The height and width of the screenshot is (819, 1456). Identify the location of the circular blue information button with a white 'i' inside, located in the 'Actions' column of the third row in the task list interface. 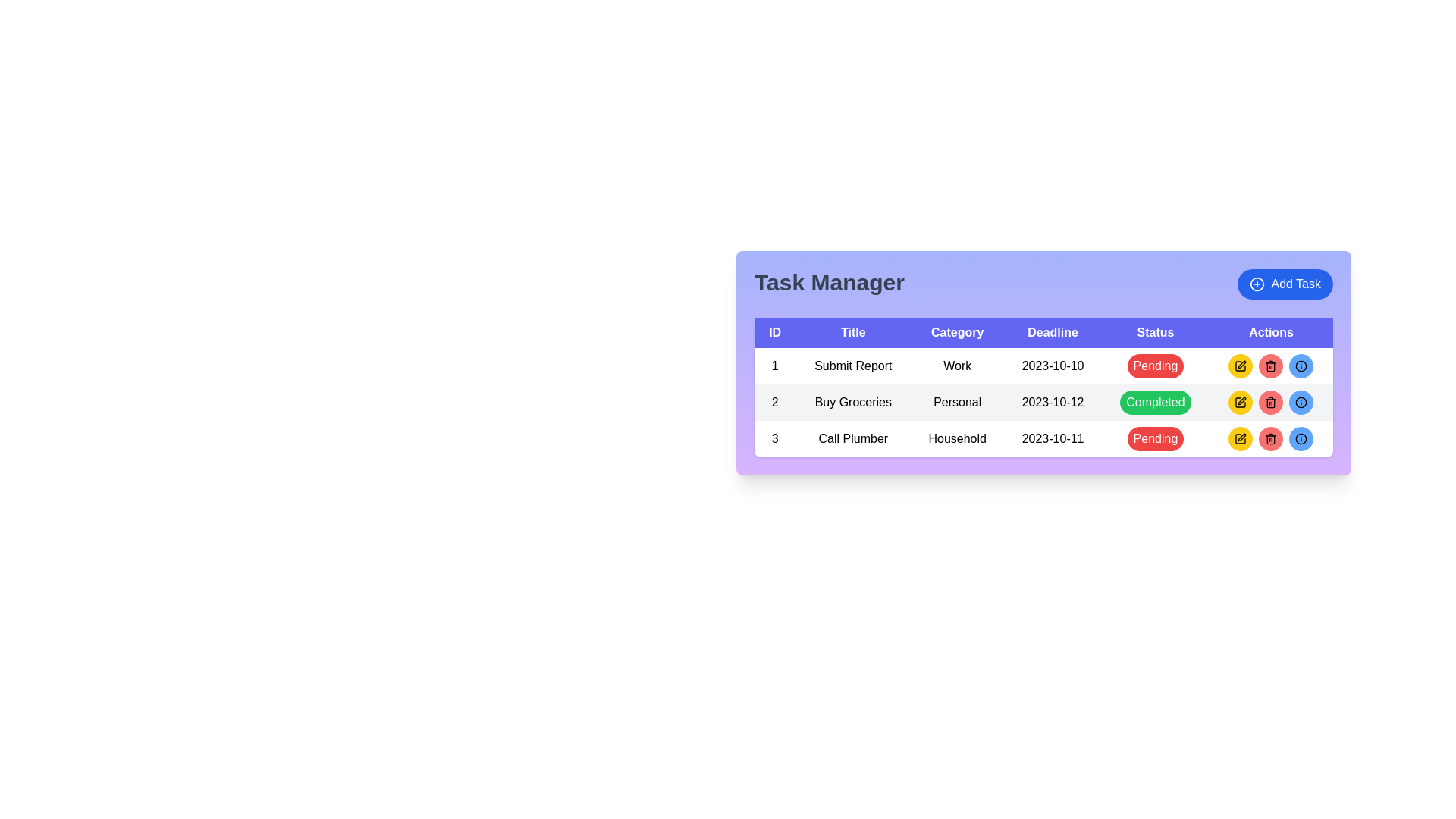
(1301, 438).